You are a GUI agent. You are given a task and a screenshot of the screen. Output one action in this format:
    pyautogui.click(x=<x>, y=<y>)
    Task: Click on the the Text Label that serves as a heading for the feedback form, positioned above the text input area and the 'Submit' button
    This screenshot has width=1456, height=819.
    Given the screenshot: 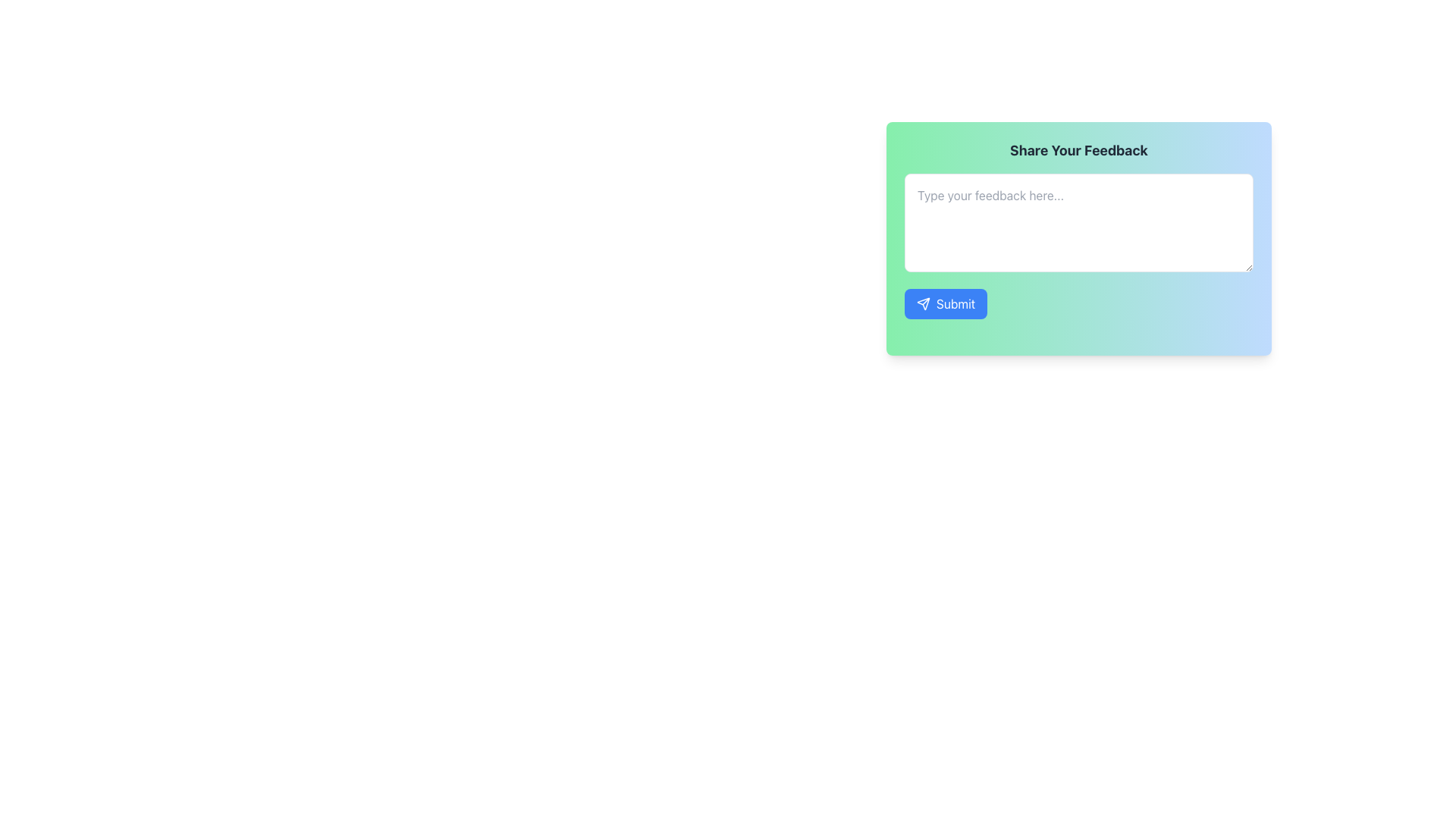 What is the action you would take?
    pyautogui.click(x=1078, y=151)
    